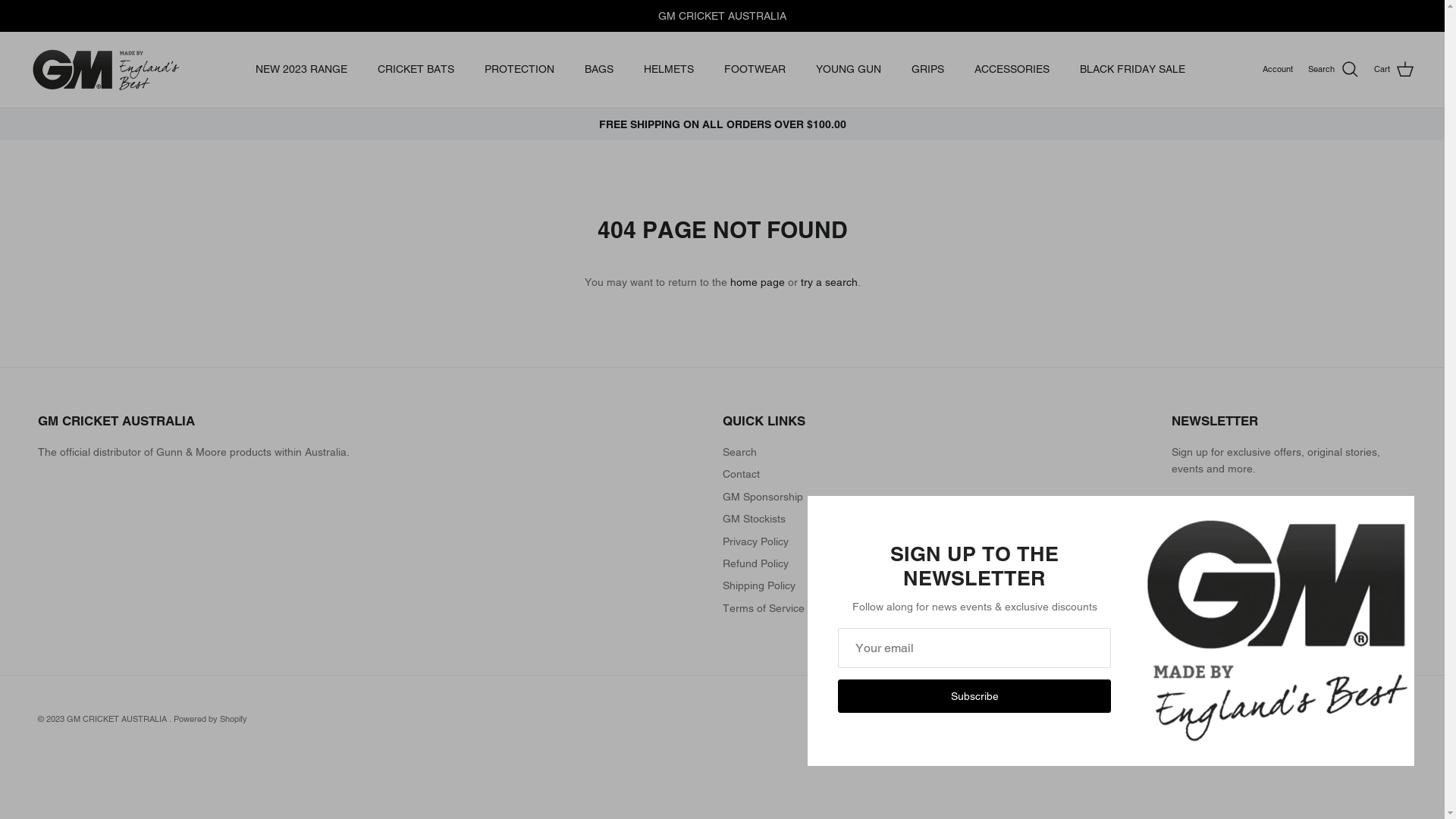 The image size is (1456, 819). Describe the element at coordinates (209, 718) in the screenshot. I see `'Powered by Shopify'` at that location.